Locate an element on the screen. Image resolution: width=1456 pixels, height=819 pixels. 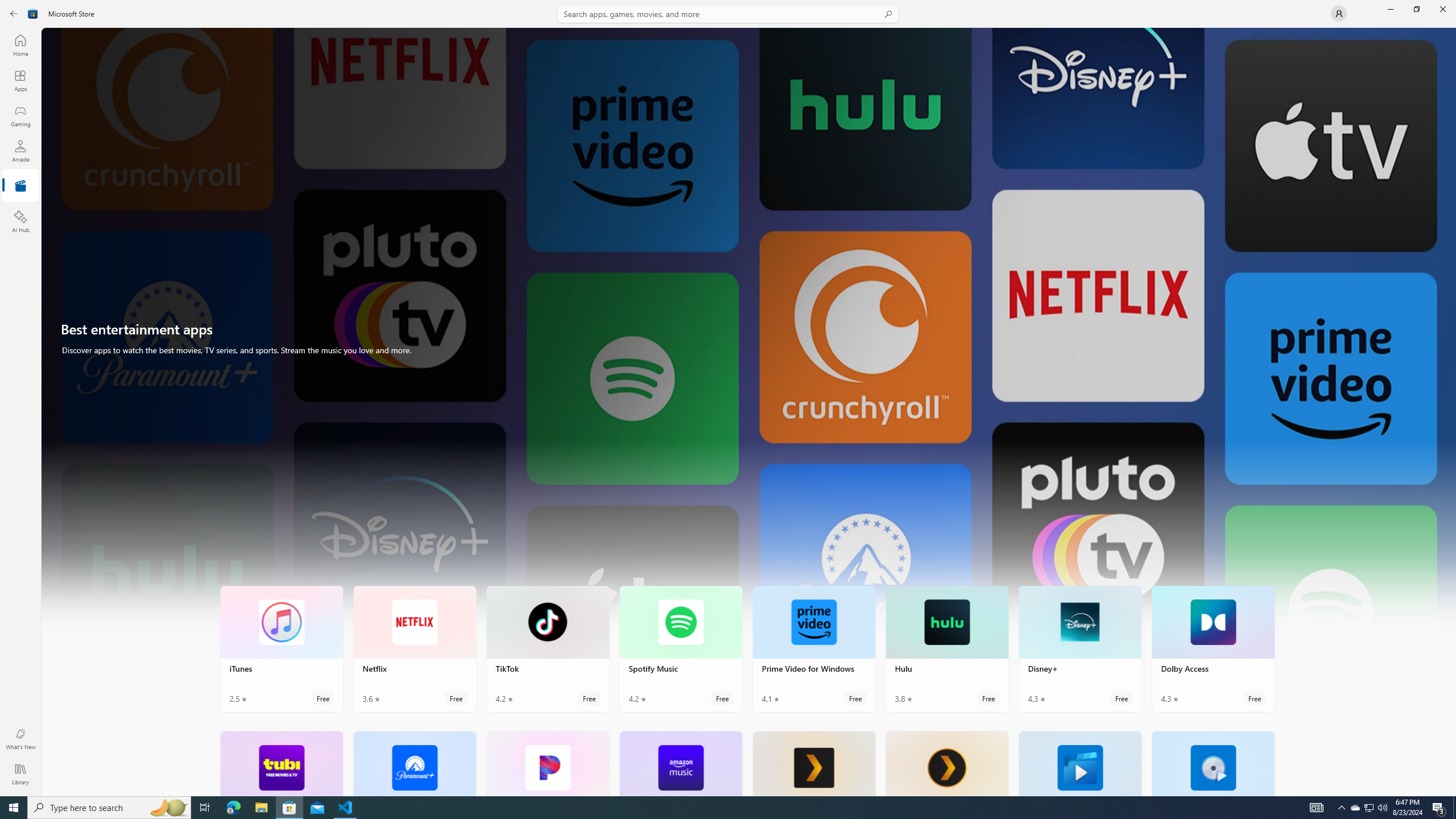
'Hulu. Average rating of 3.8 out of five stars. Free  ' is located at coordinates (946, 649).